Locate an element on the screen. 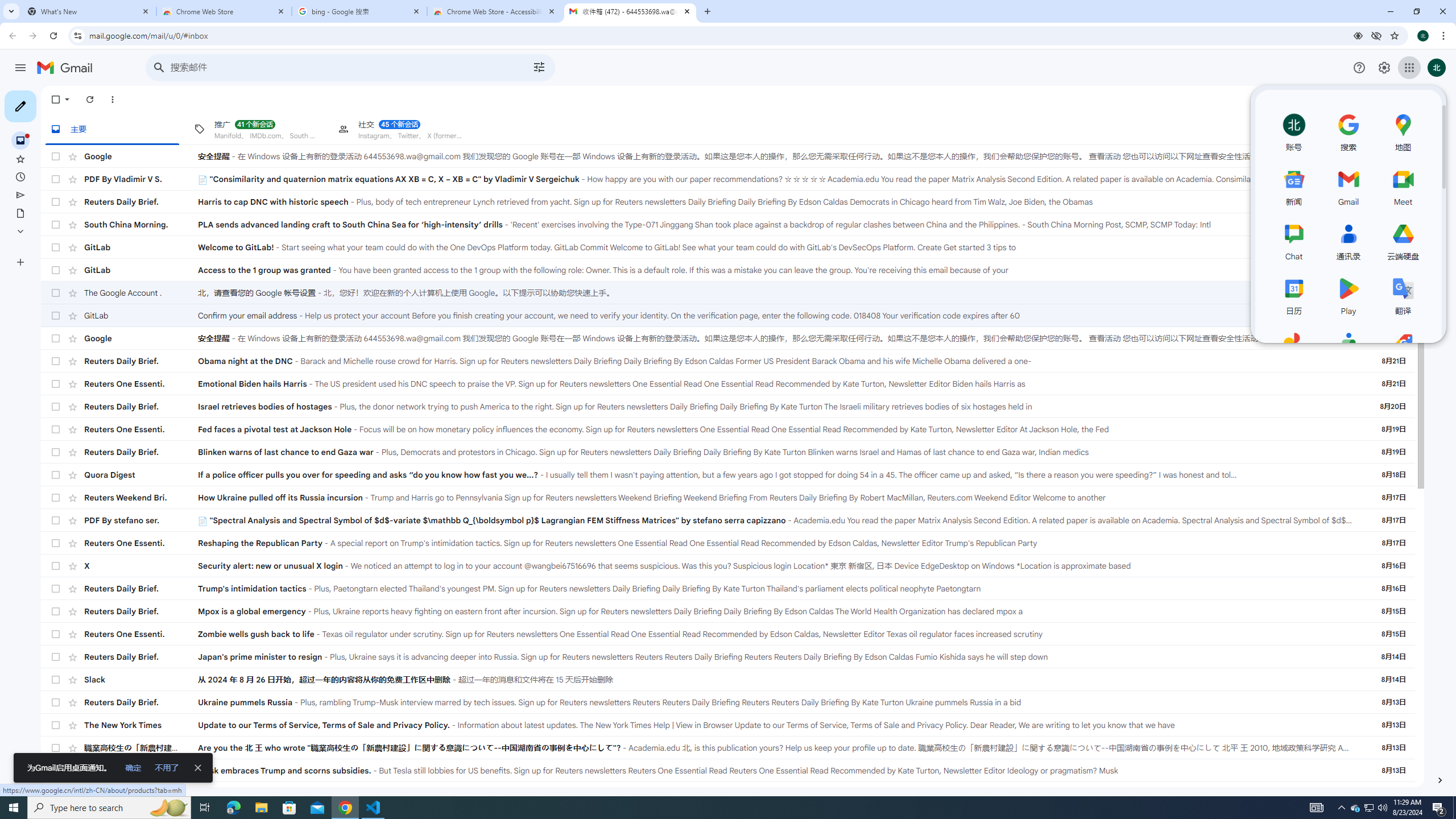  'Search tabs' is located at coordinates (11, 11).